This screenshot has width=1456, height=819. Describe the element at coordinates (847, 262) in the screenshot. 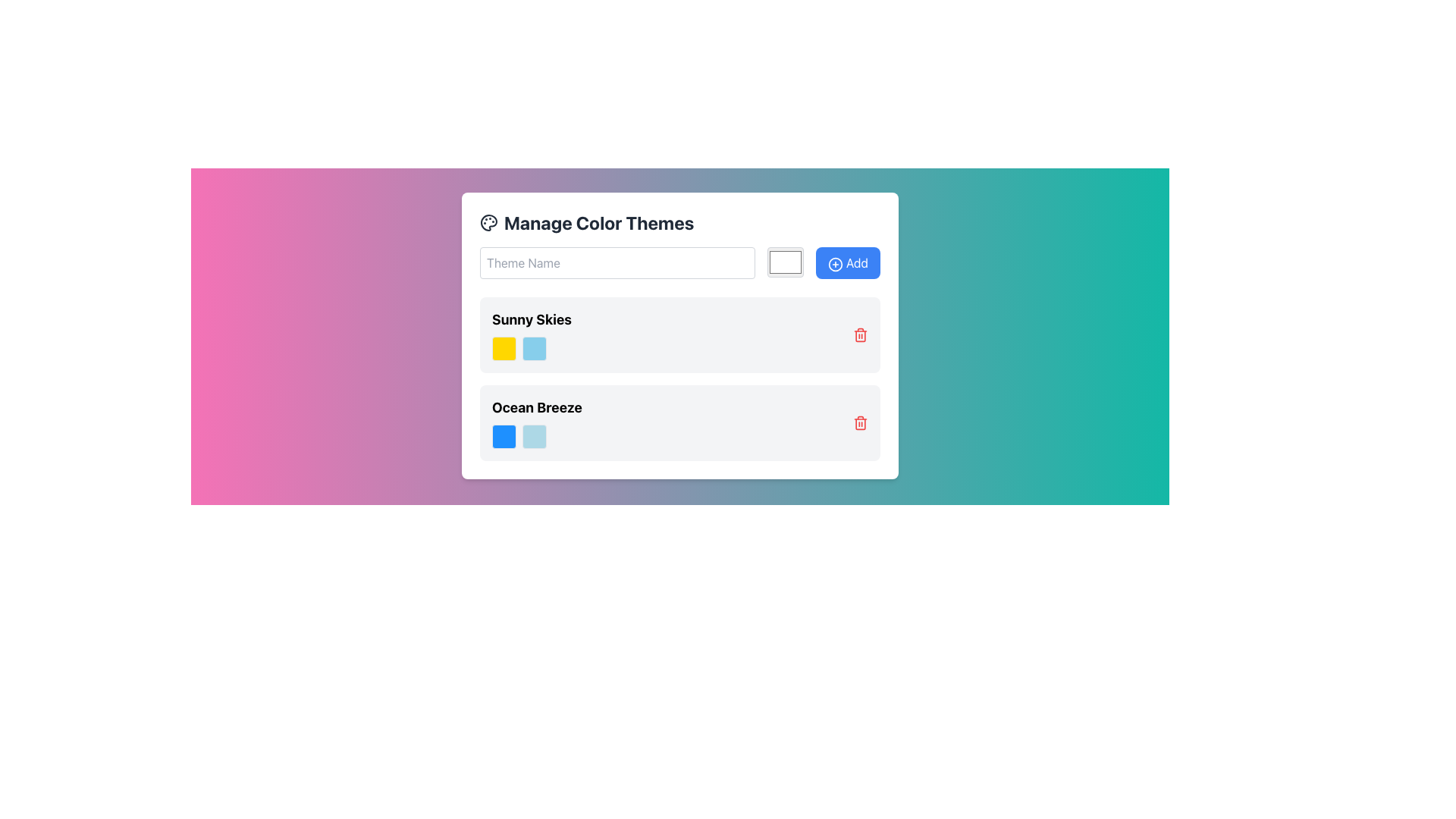

I see `the rightmost button used for adding a new color theme or item` at that location.